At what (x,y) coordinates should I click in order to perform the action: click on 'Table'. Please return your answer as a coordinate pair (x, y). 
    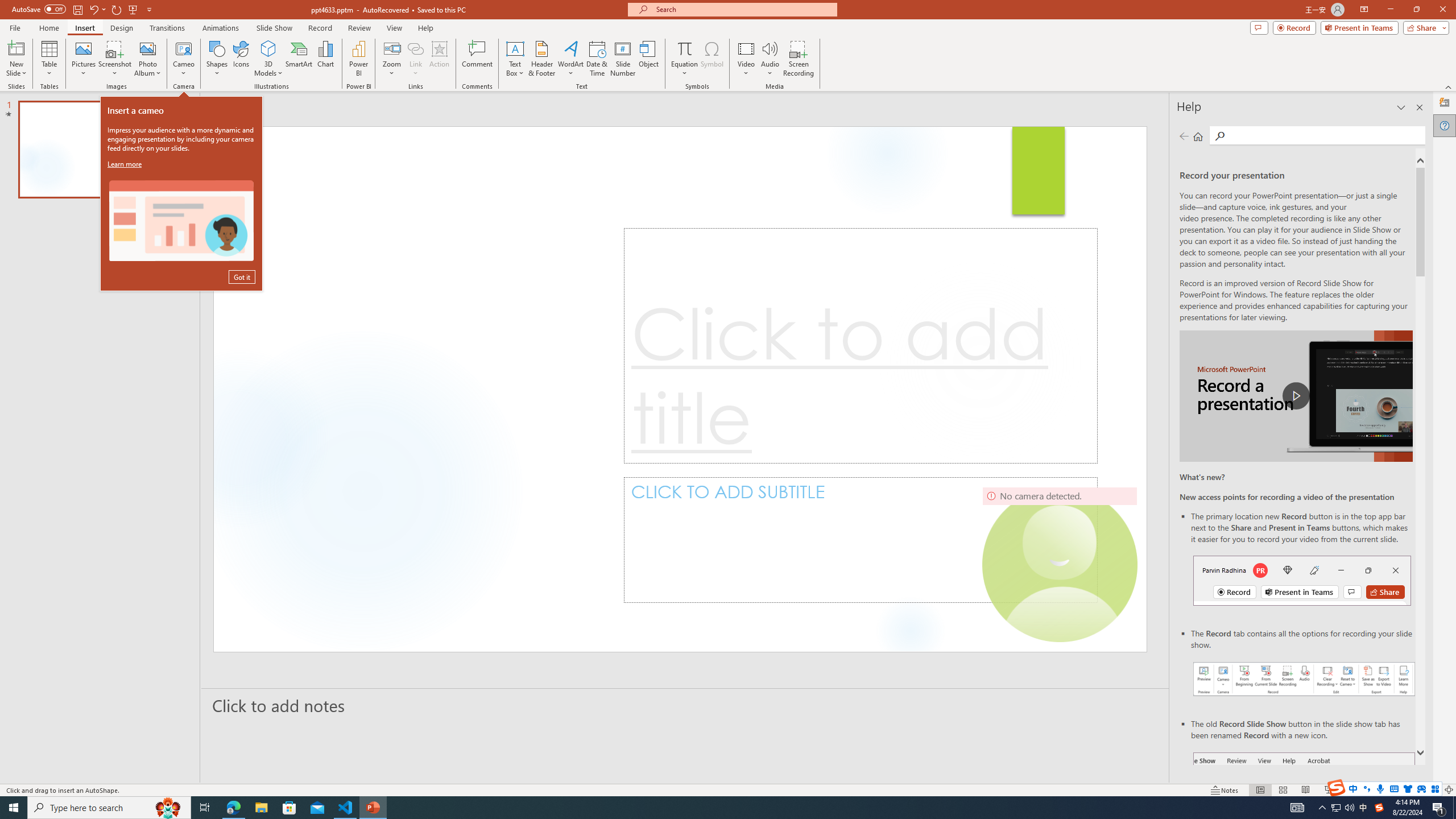
    Looking at the image, I should click on (49, 59).